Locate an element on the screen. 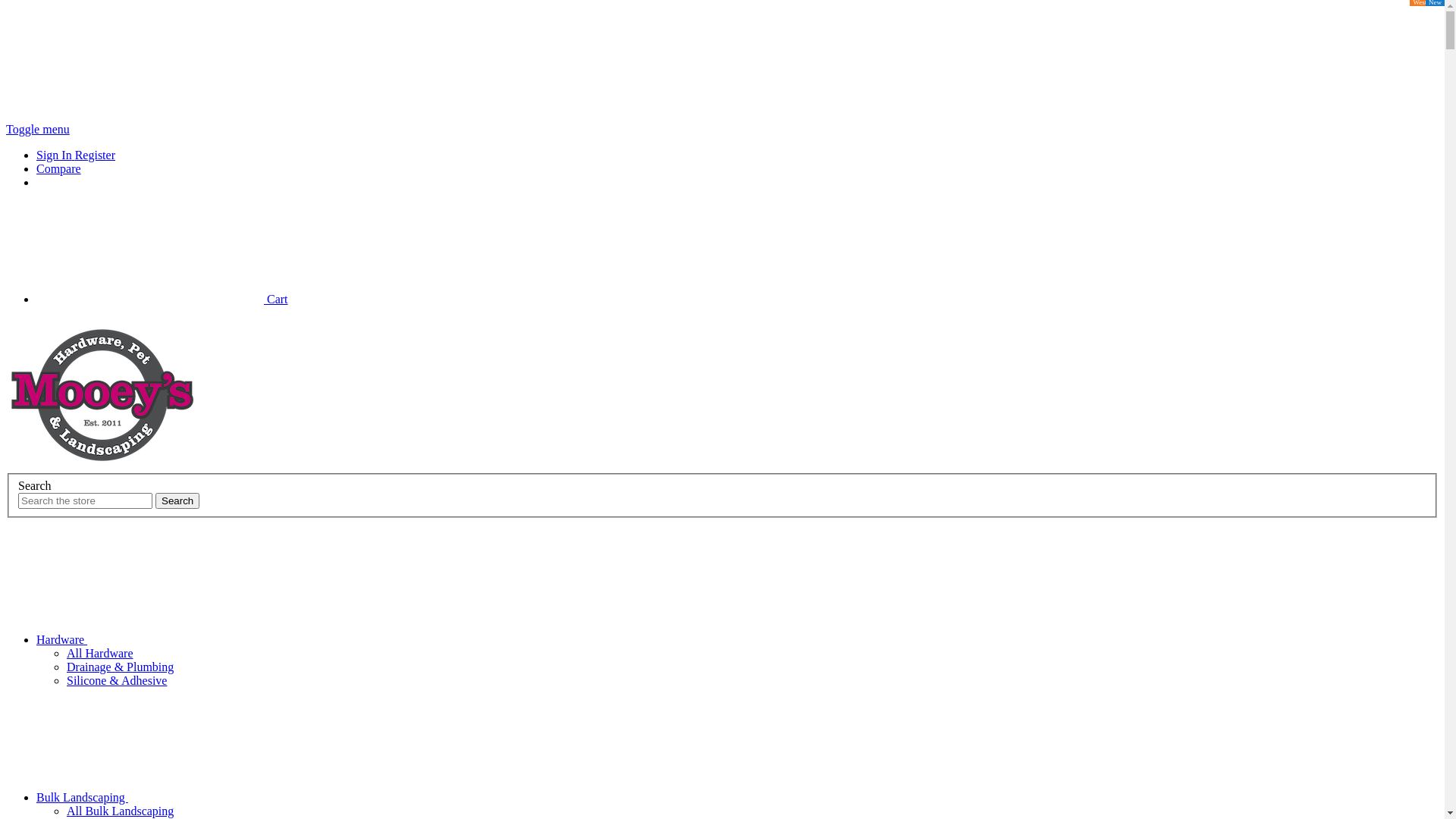  'Sign In' is located at coordinates (55, 155).